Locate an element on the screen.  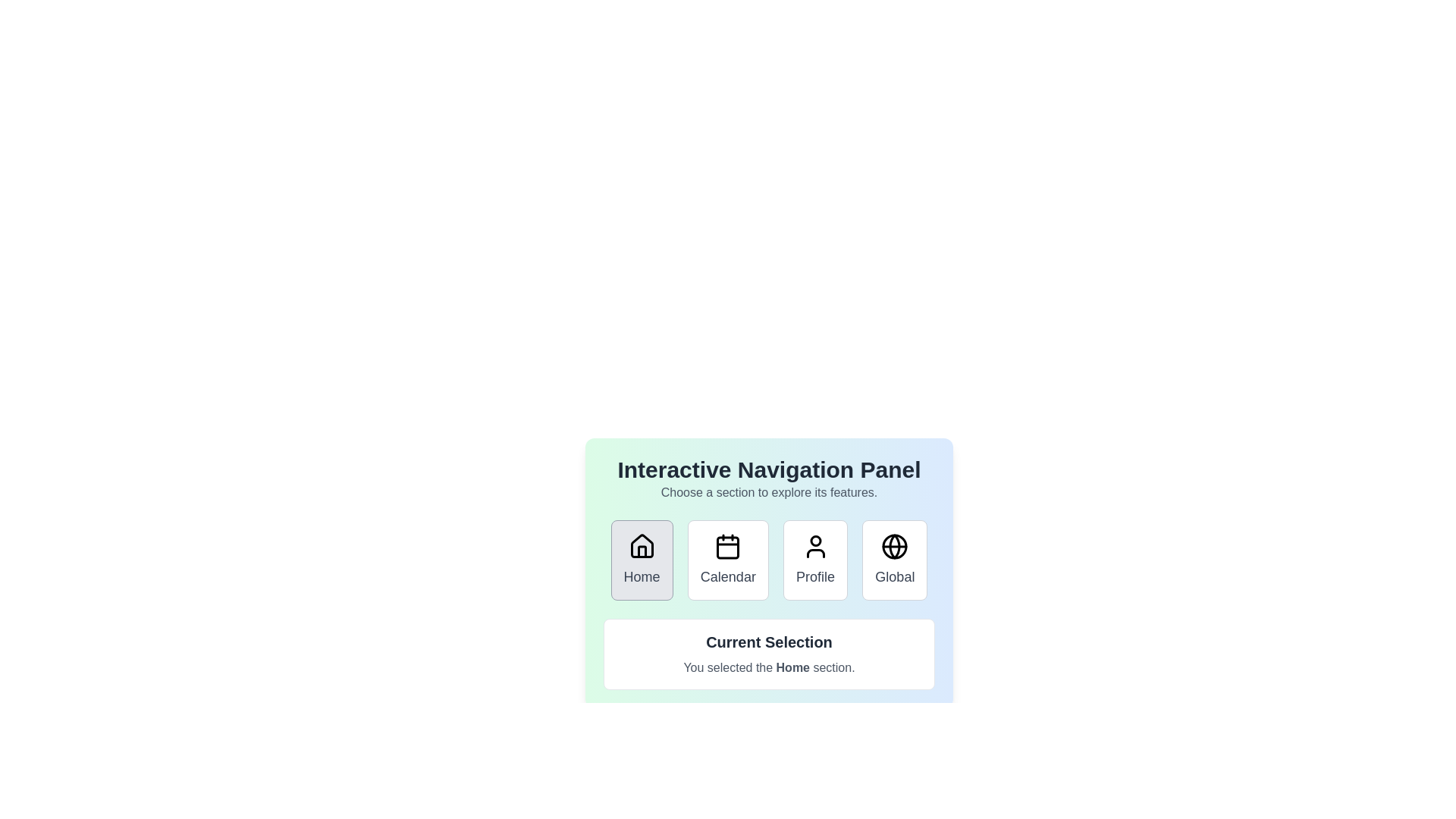
text label displaying 'Home' to understand the current selection in the 'Current Selection' section of the interface is located at coordinates (792, 667).